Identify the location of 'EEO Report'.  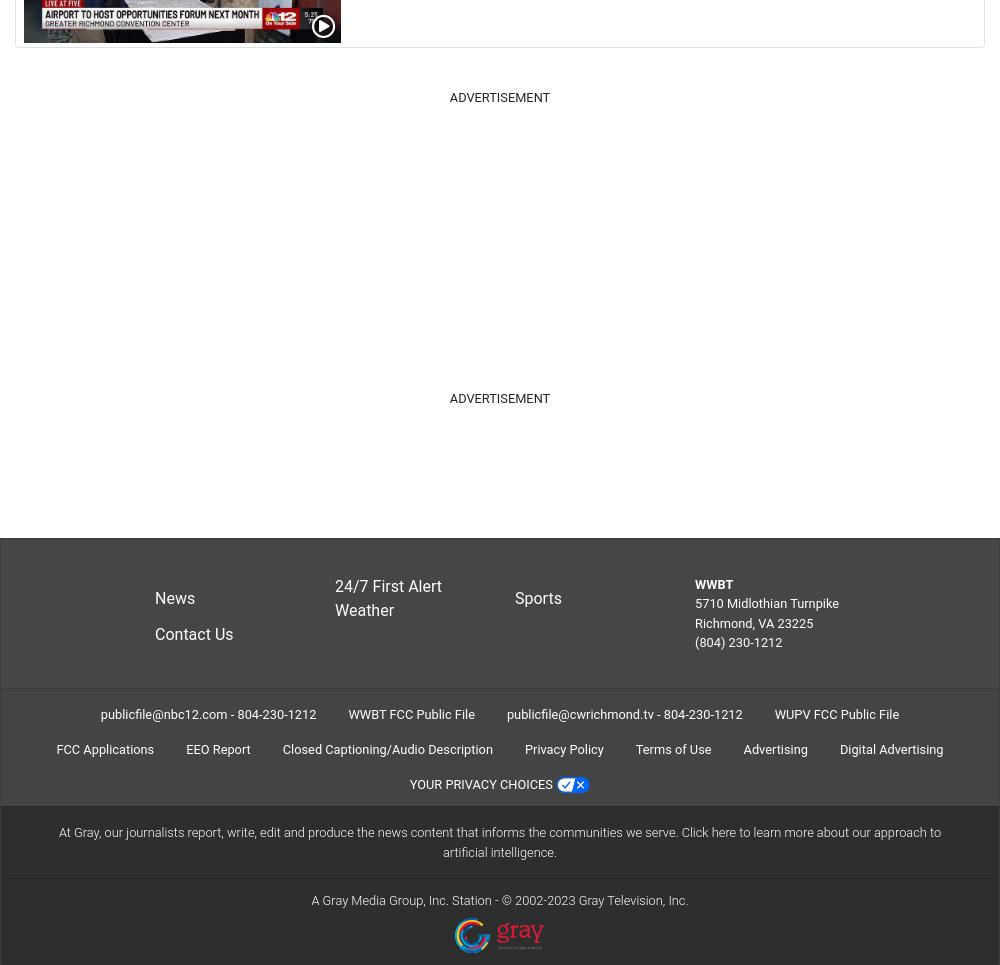
(217, 748).